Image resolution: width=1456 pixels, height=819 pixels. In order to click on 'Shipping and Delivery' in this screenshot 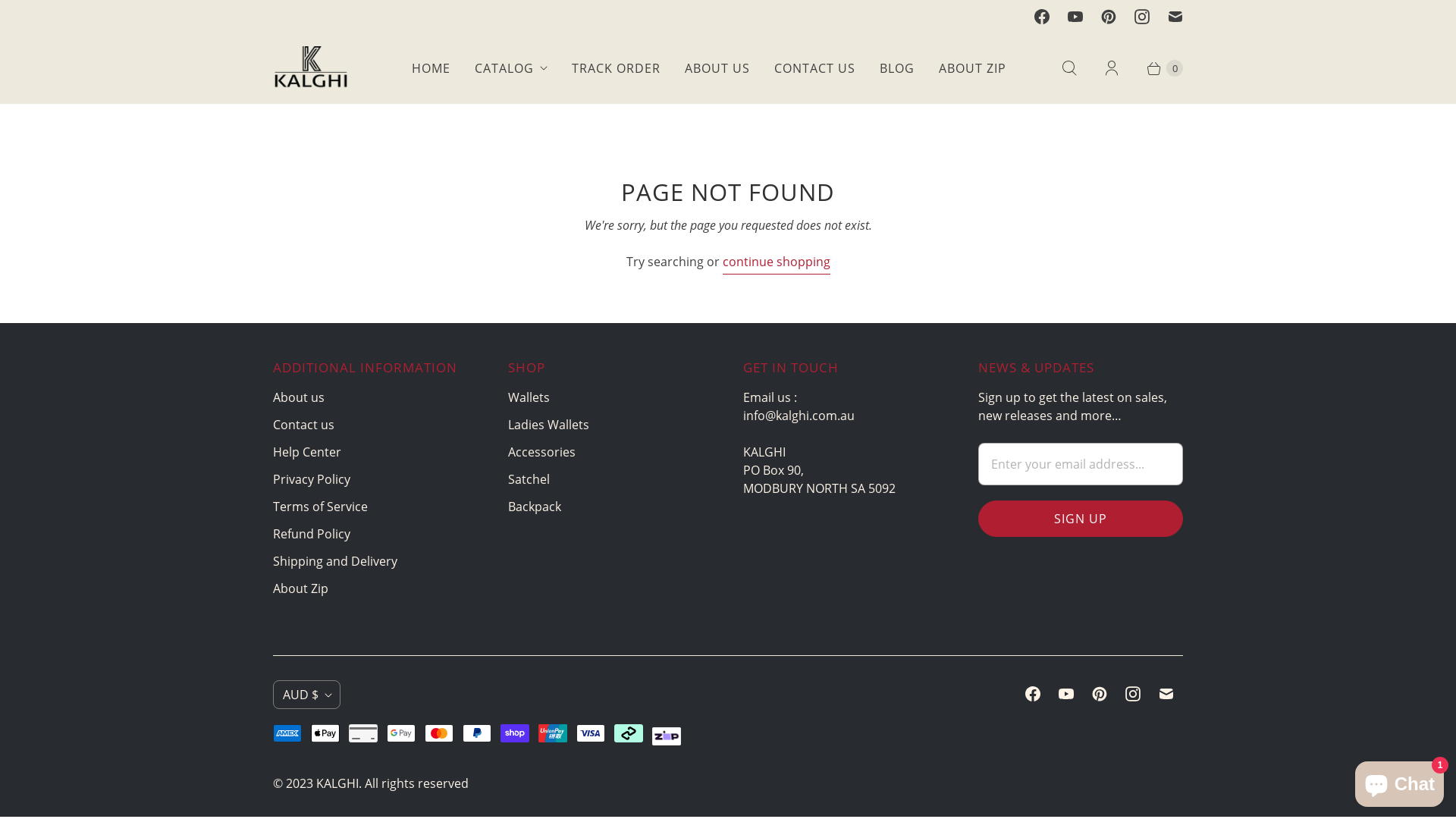, I will do `click(334, 561)`.